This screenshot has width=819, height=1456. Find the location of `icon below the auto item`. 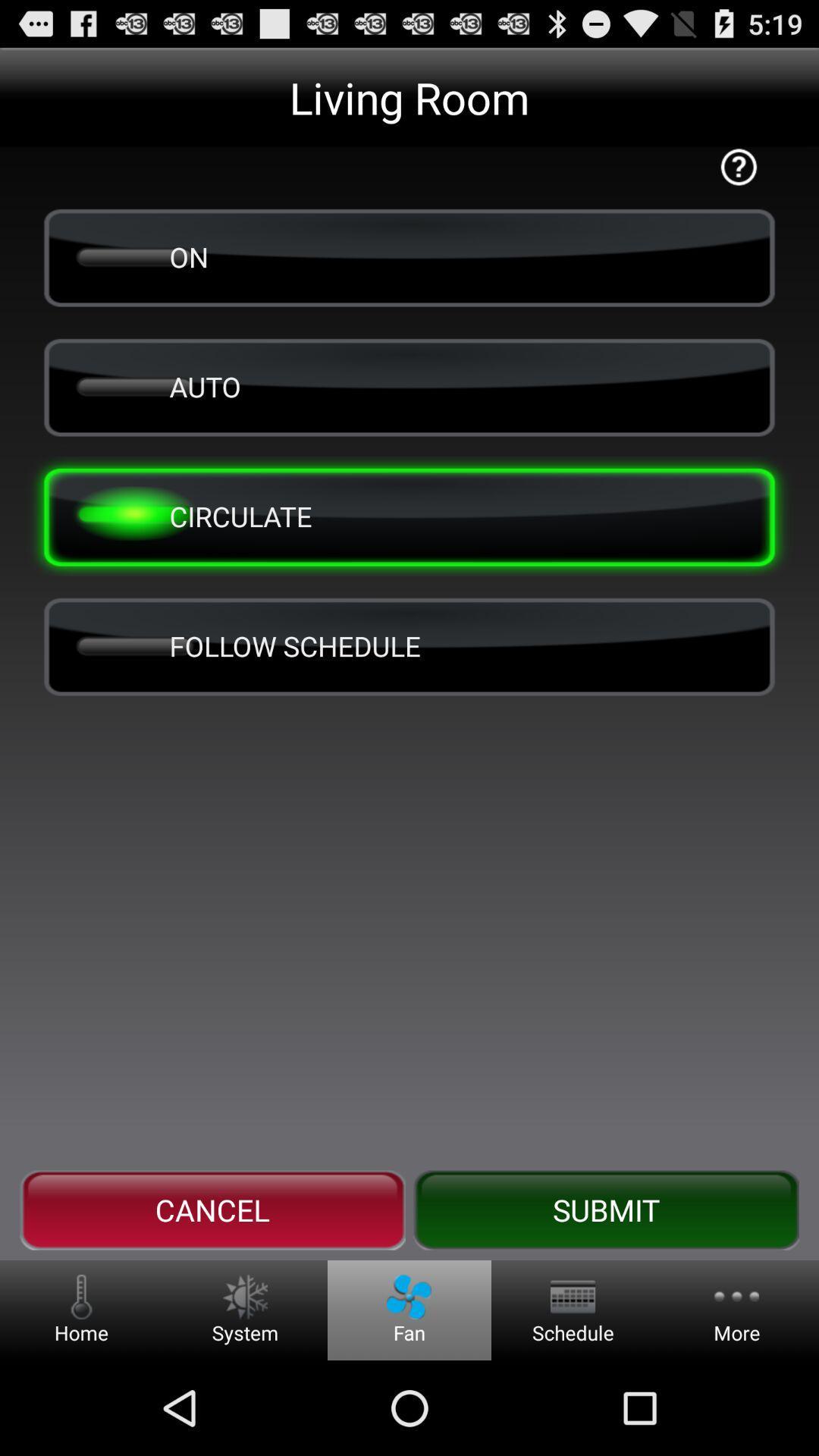

icon below the auto item is located at coordinates (409, 516).